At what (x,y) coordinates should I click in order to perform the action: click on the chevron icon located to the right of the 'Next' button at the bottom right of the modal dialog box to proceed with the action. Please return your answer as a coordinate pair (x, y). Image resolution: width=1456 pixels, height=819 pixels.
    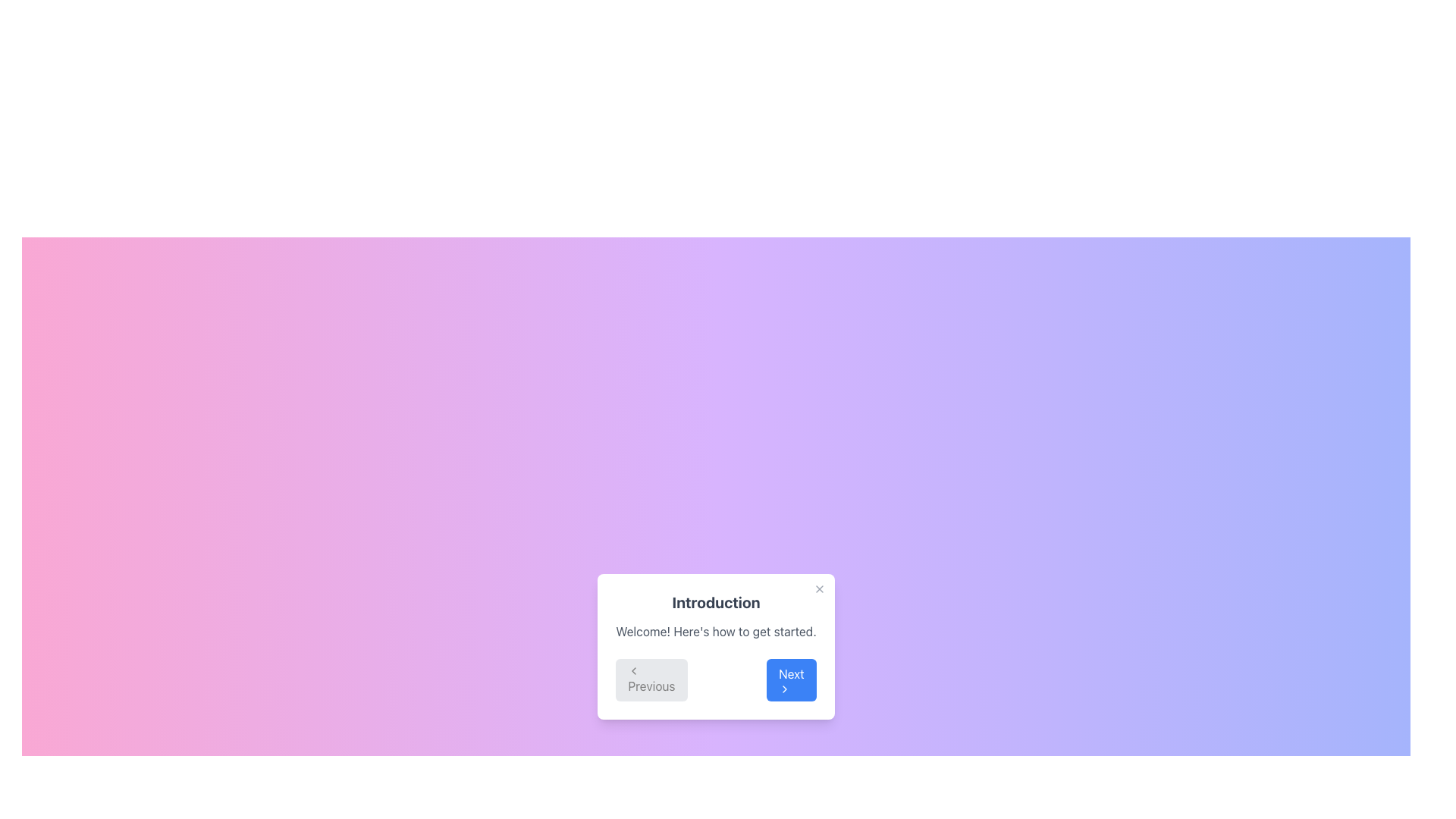
    Looking at the image, I should click on (785, 689).